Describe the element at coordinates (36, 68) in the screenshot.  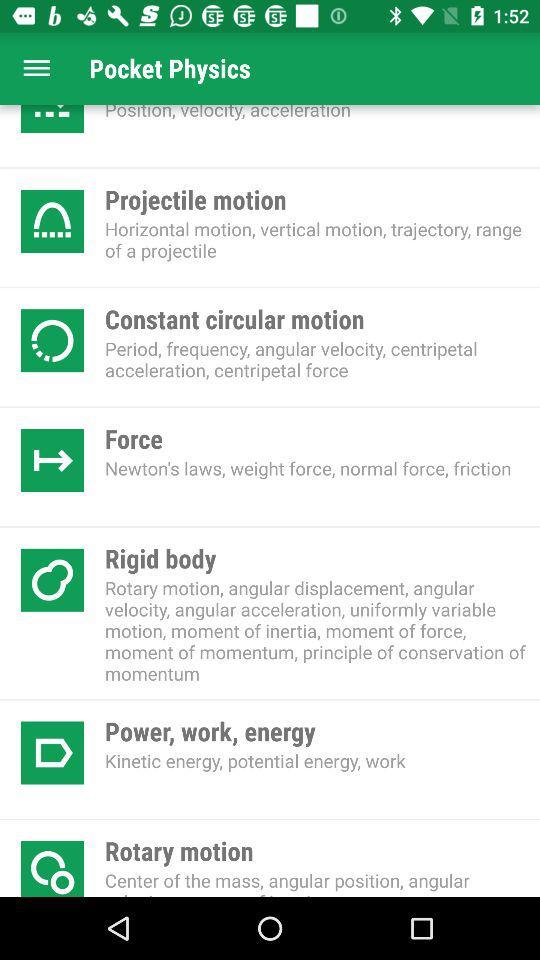
I see `shows the main menu` at that location.